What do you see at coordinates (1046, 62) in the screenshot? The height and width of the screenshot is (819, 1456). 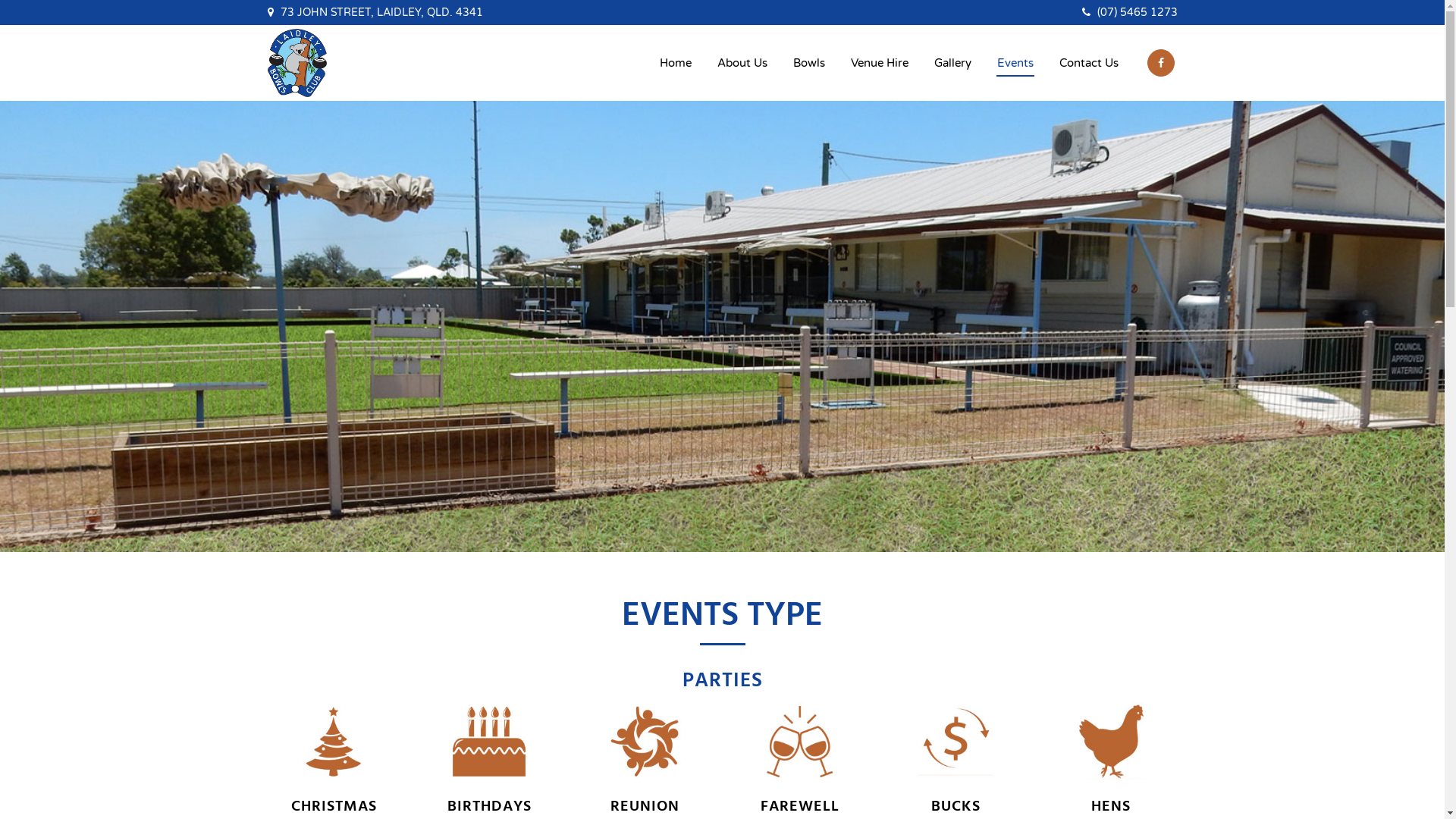 I see `'Contact Us'` at bounding box center [1046, 62].